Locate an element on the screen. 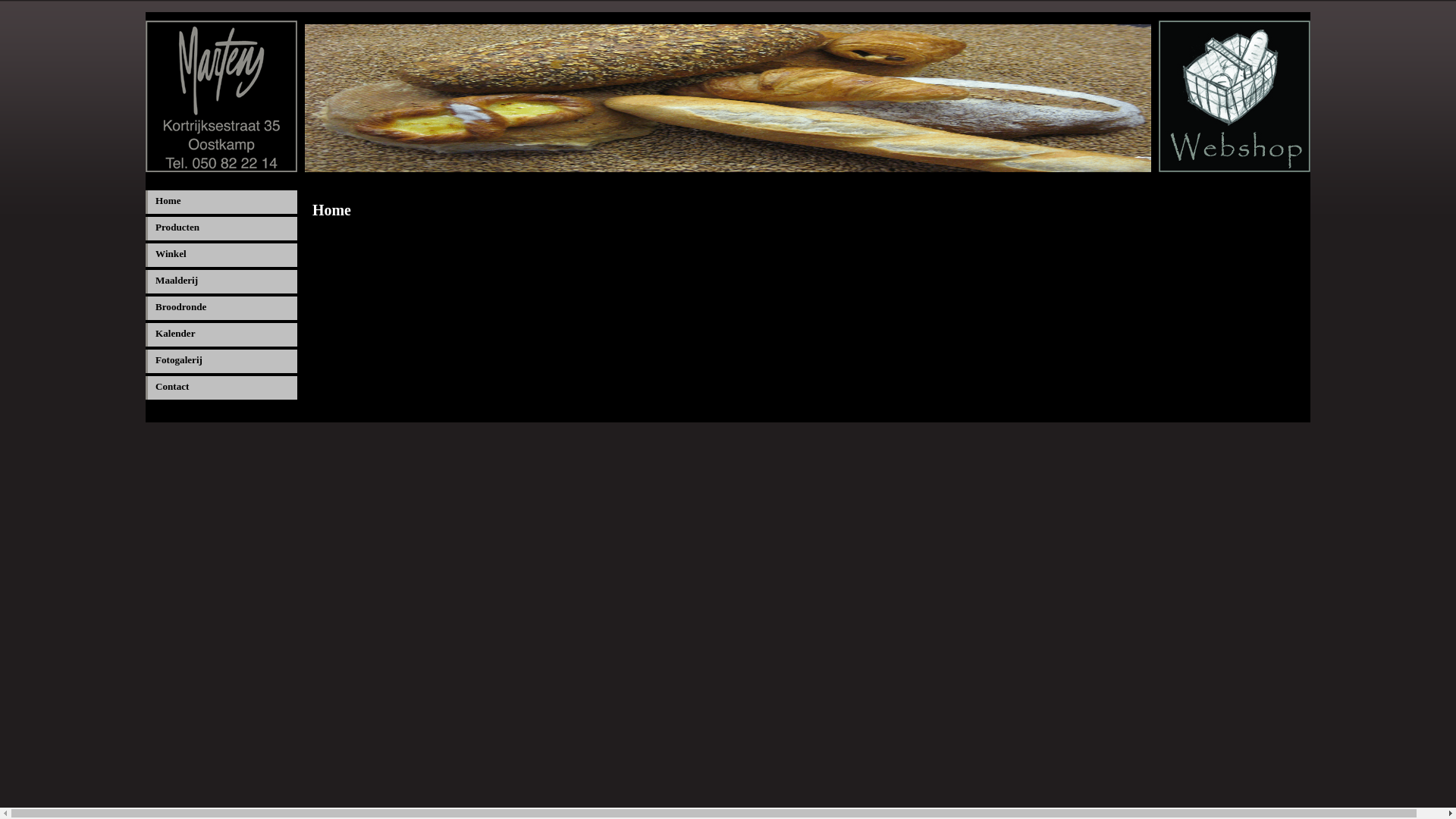 The height and width of the screenshot is (819, 1456). 'Producten' is located at coordinates (221, 228).